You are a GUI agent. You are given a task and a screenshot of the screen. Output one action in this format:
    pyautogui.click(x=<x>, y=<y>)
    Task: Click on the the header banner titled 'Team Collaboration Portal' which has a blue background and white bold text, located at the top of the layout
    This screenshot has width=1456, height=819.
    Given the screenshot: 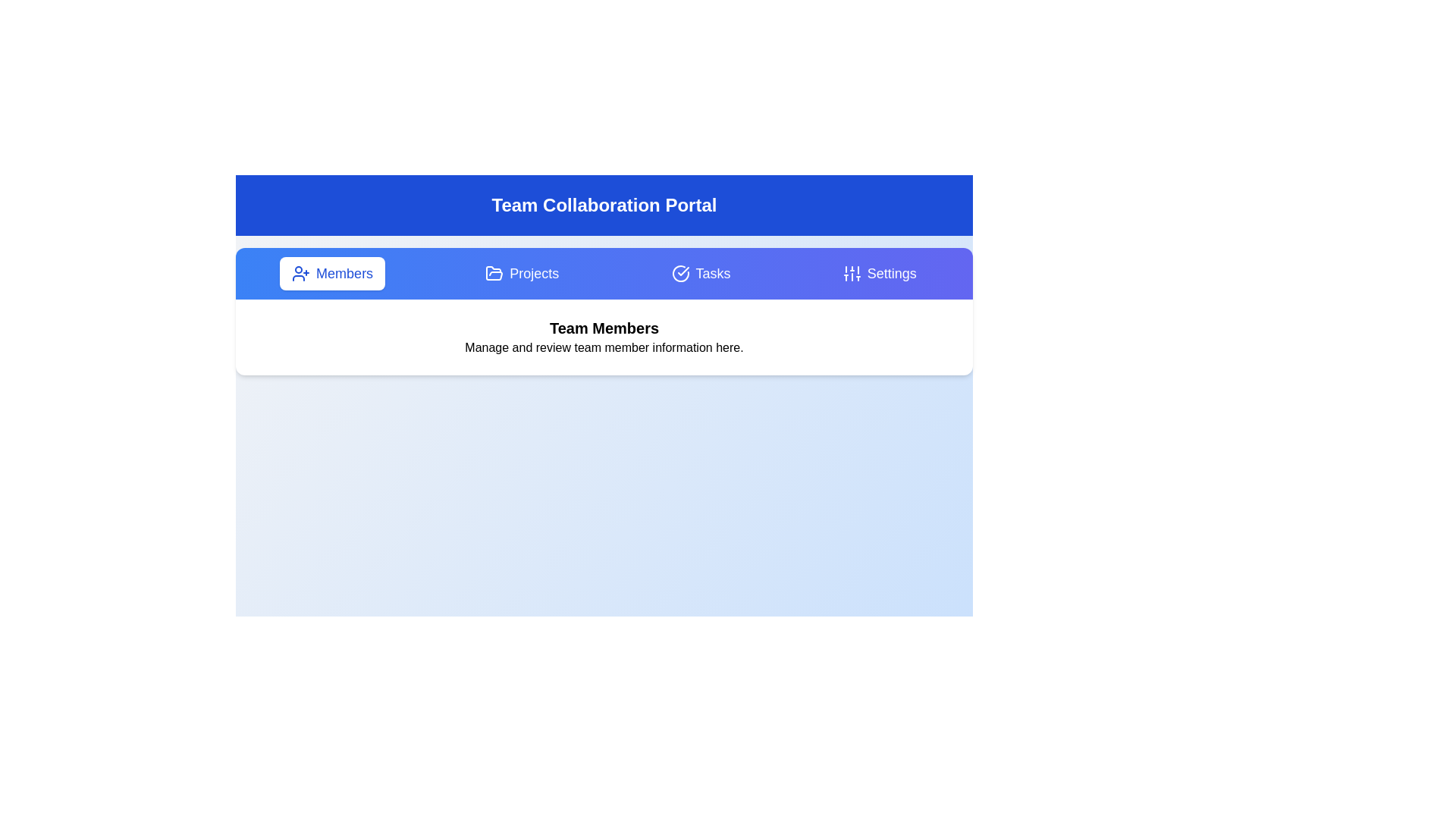 What is the action you would take?
    pyautogui.click(x=603, y=205)
    